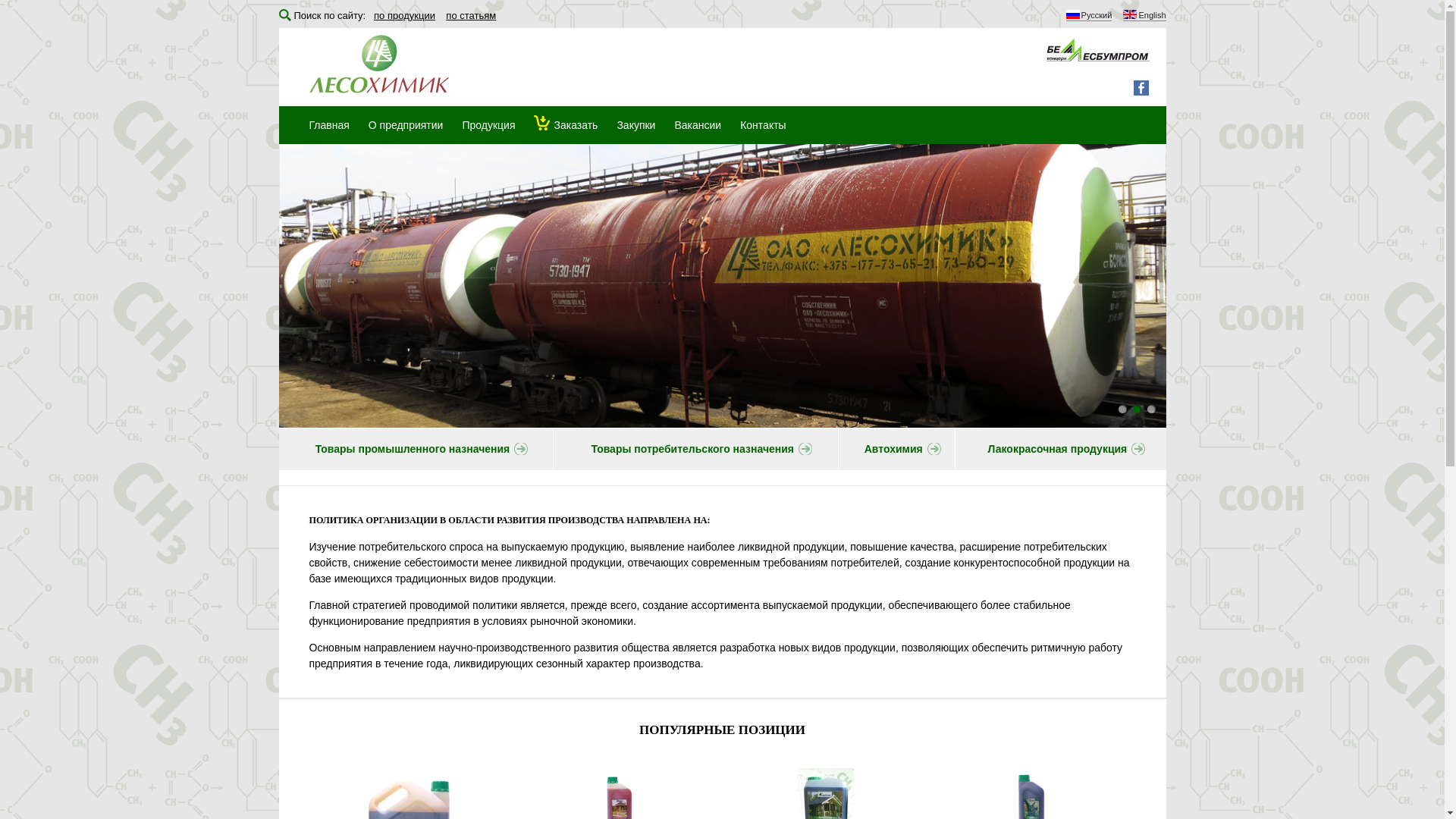  Describe the element at coordinates (1147, 408) in the screenshot. I see `'3'` at that location.